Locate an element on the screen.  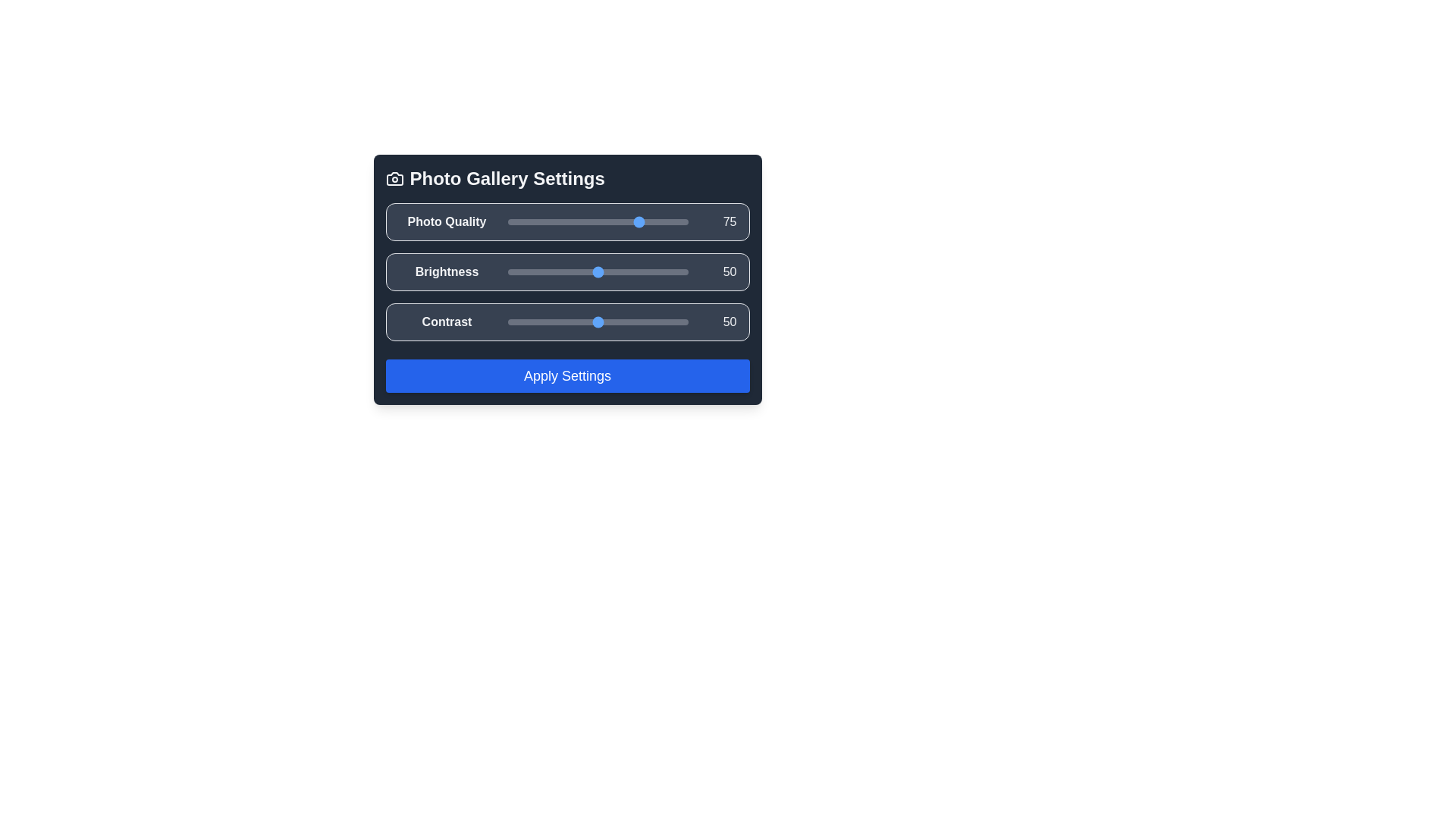
the photography icon located at the top-left corner of the 'Photo Gallery Settings' header text block is located at coordinates (394, 177).